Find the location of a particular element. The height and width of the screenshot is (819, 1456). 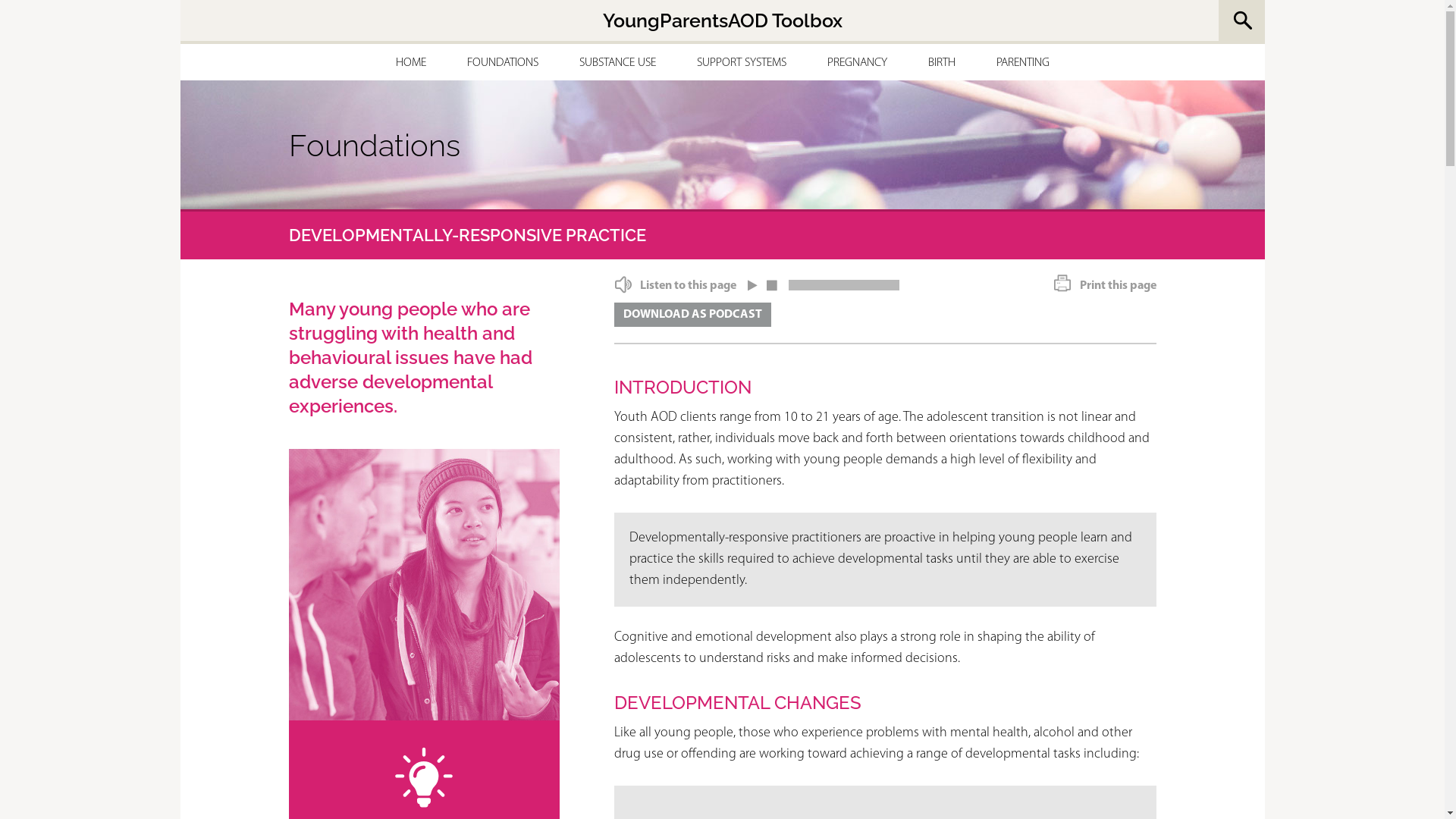

'PARENTING' is located at coordinates (1022, 62).